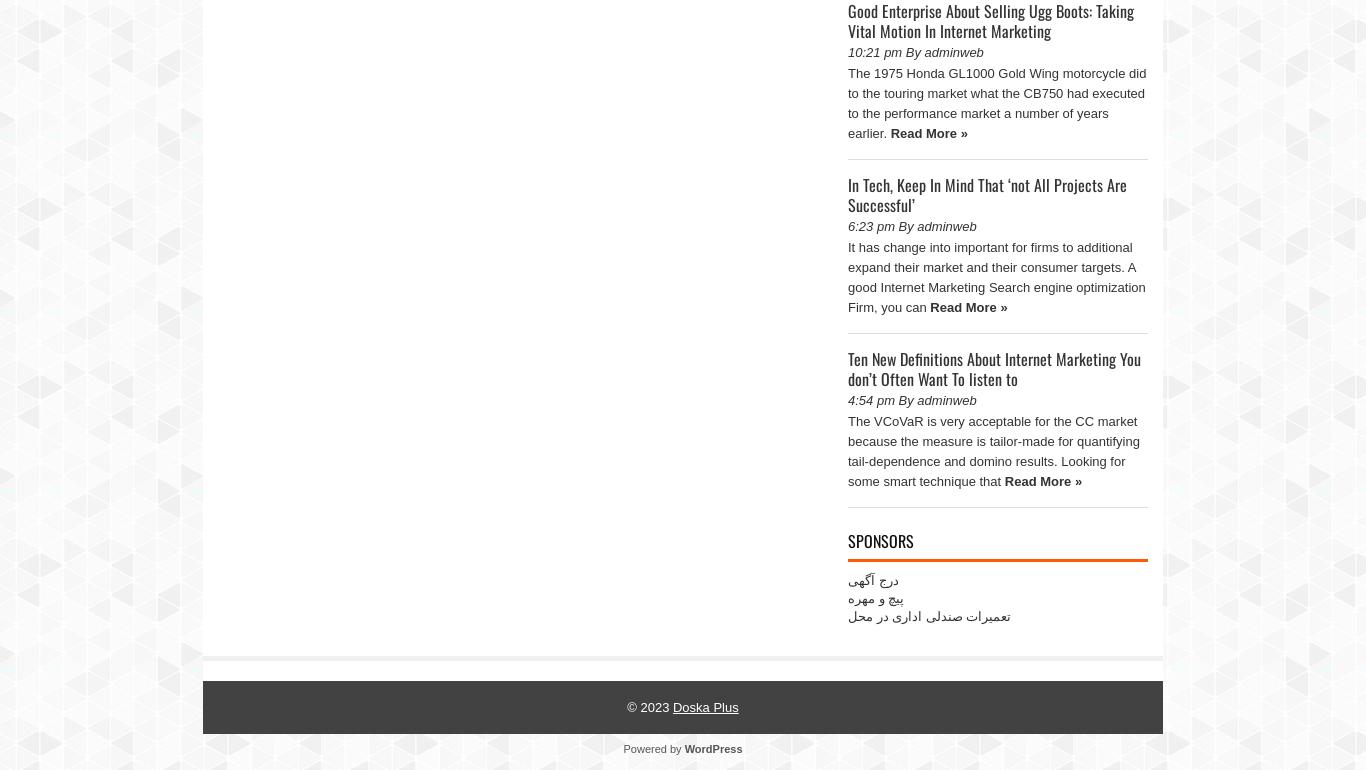 The image size is (1366, 770). I want to click on '4:54 pm By adminweb', so click(911, 400).